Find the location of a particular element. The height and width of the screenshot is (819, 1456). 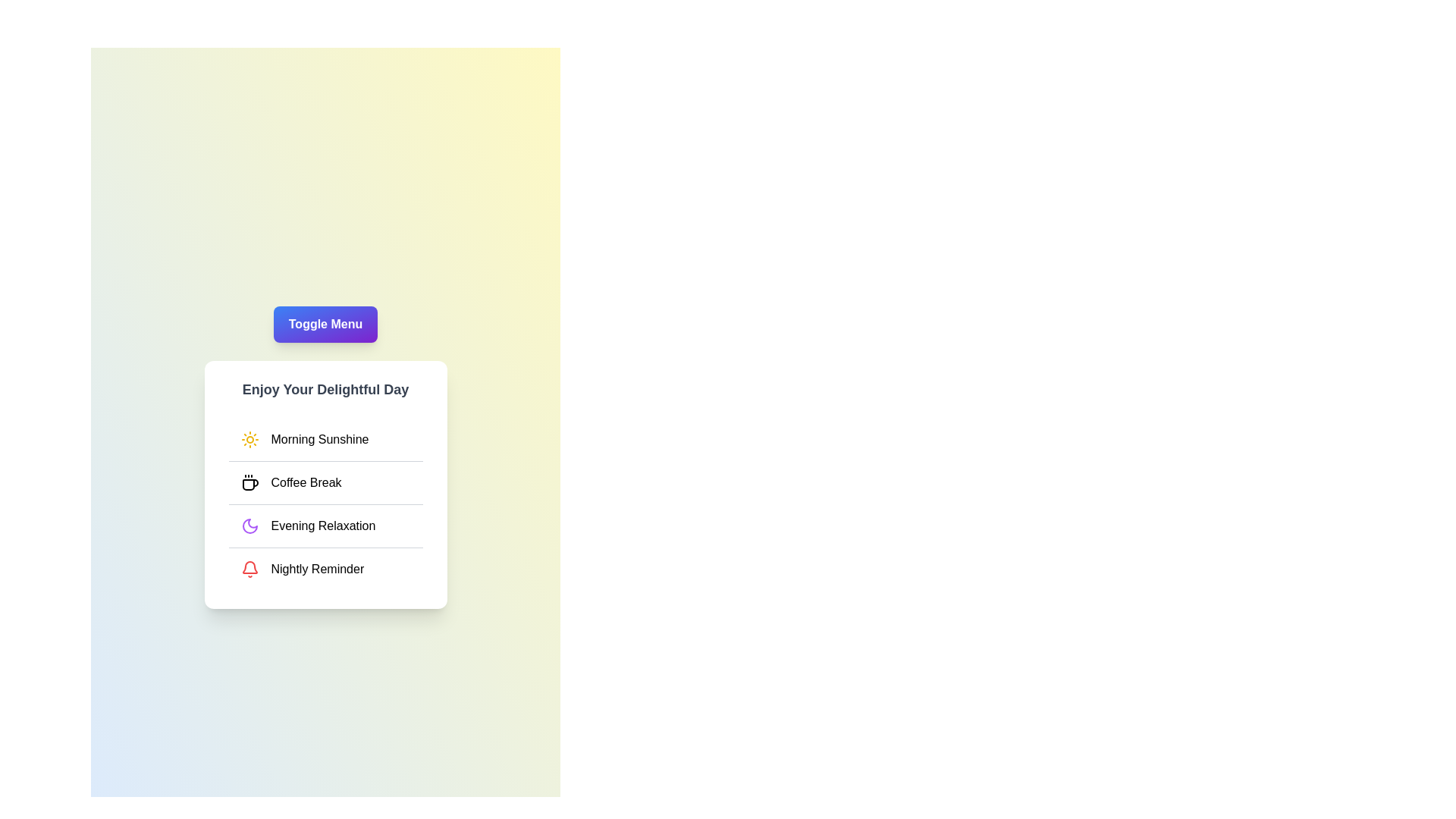

the menu item labeled Evening Relaxation is located at coordinates (325, 525).